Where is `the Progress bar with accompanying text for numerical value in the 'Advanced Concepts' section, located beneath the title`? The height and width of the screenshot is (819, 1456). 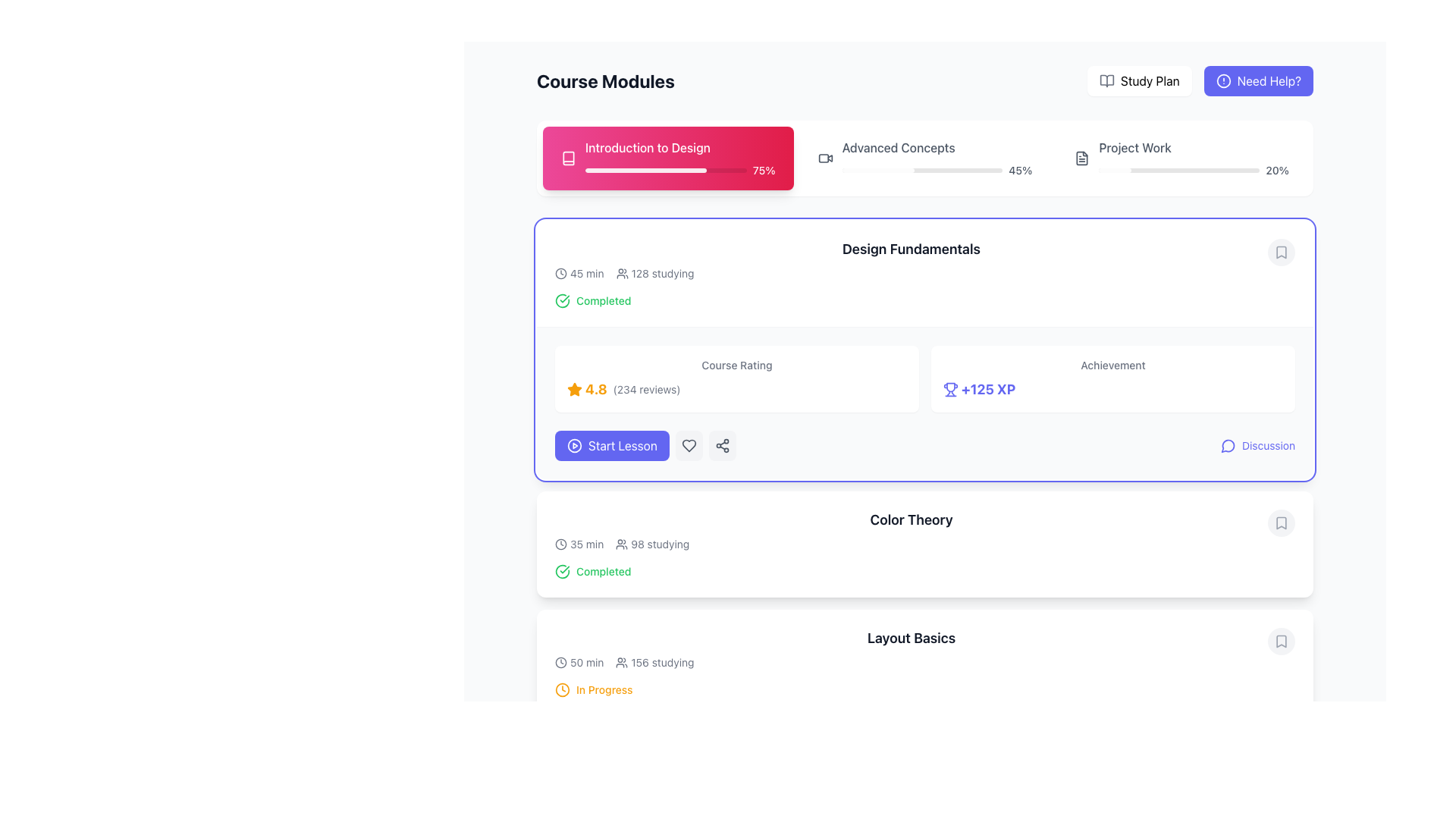 the Progress bar with accompanying text for numerical value in the 'Advanced Concepts' section, located beneath the title is located at coordinates (937, 170).